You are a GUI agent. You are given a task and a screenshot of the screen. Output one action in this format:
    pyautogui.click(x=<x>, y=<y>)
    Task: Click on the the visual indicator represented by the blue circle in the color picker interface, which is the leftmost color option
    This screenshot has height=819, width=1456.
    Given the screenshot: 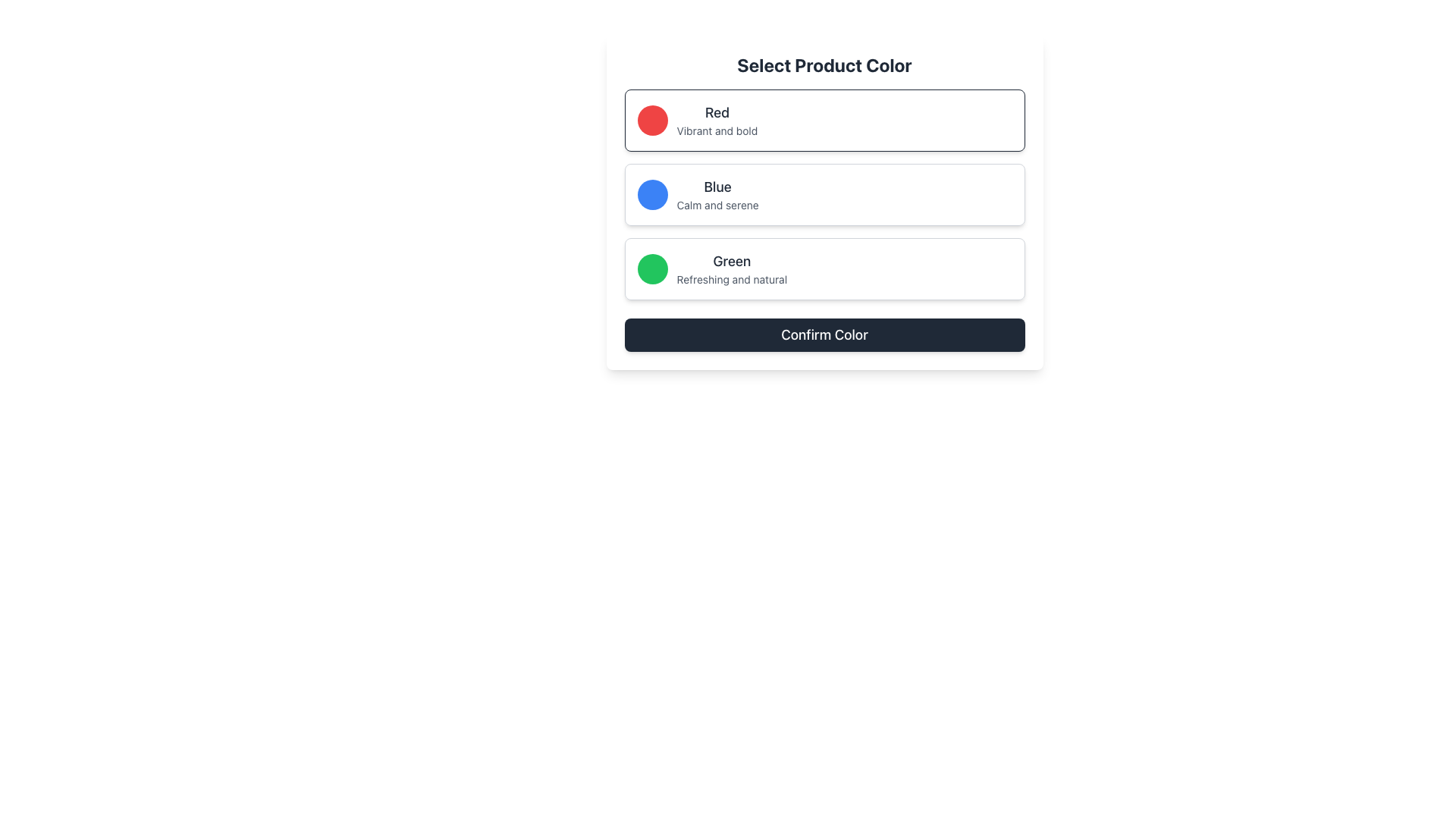 What is the action you would take?
    pyautogui.click(x=652, y=194)
    